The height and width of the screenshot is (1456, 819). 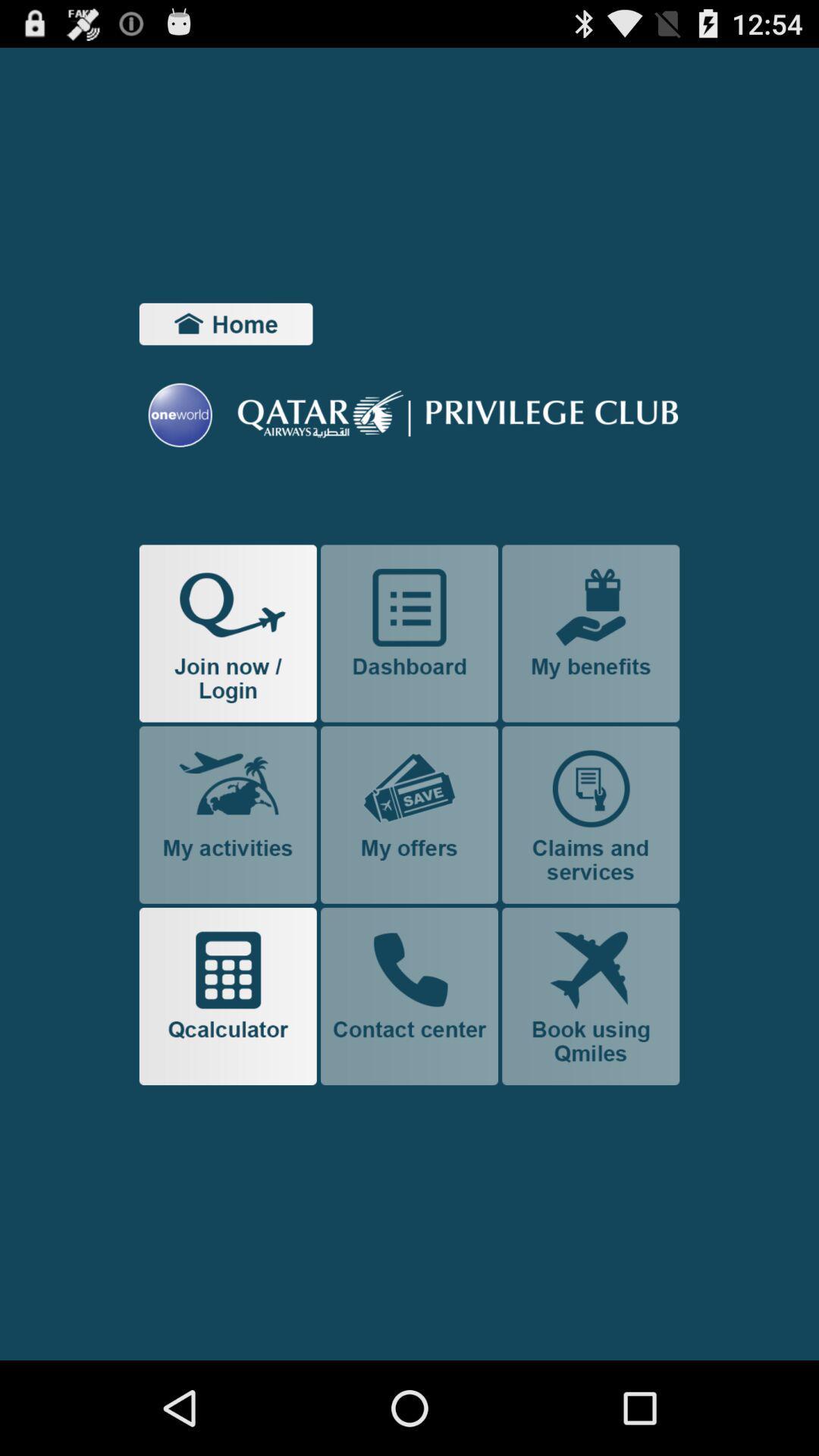 I want to click on home, so click(x=226, y=323).